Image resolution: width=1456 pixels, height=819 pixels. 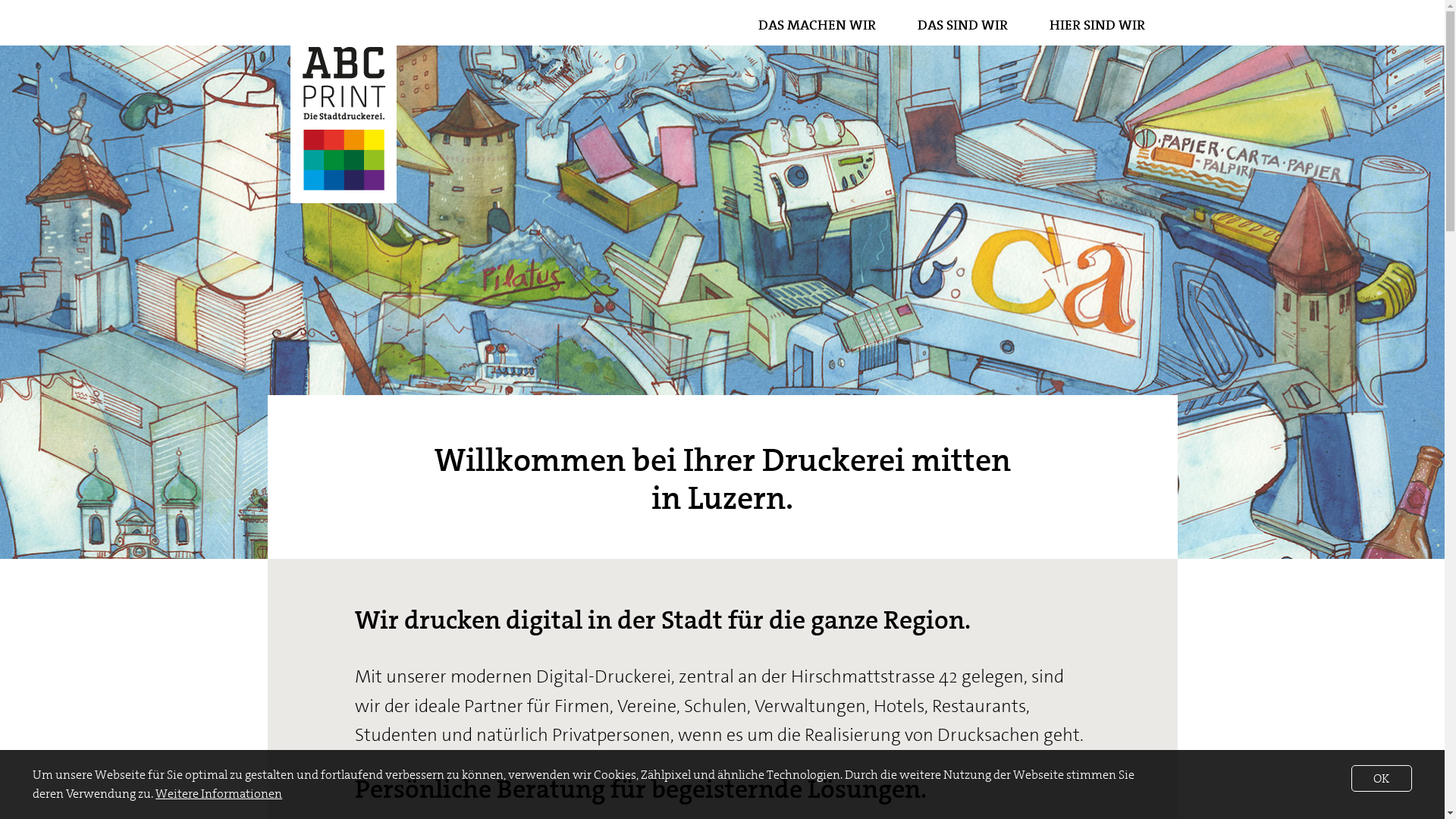 What do you see at coordinates (1097, 25) in the screenshot?
I see `'HIER SIND WIR'` at bounding box center [1097, 25].